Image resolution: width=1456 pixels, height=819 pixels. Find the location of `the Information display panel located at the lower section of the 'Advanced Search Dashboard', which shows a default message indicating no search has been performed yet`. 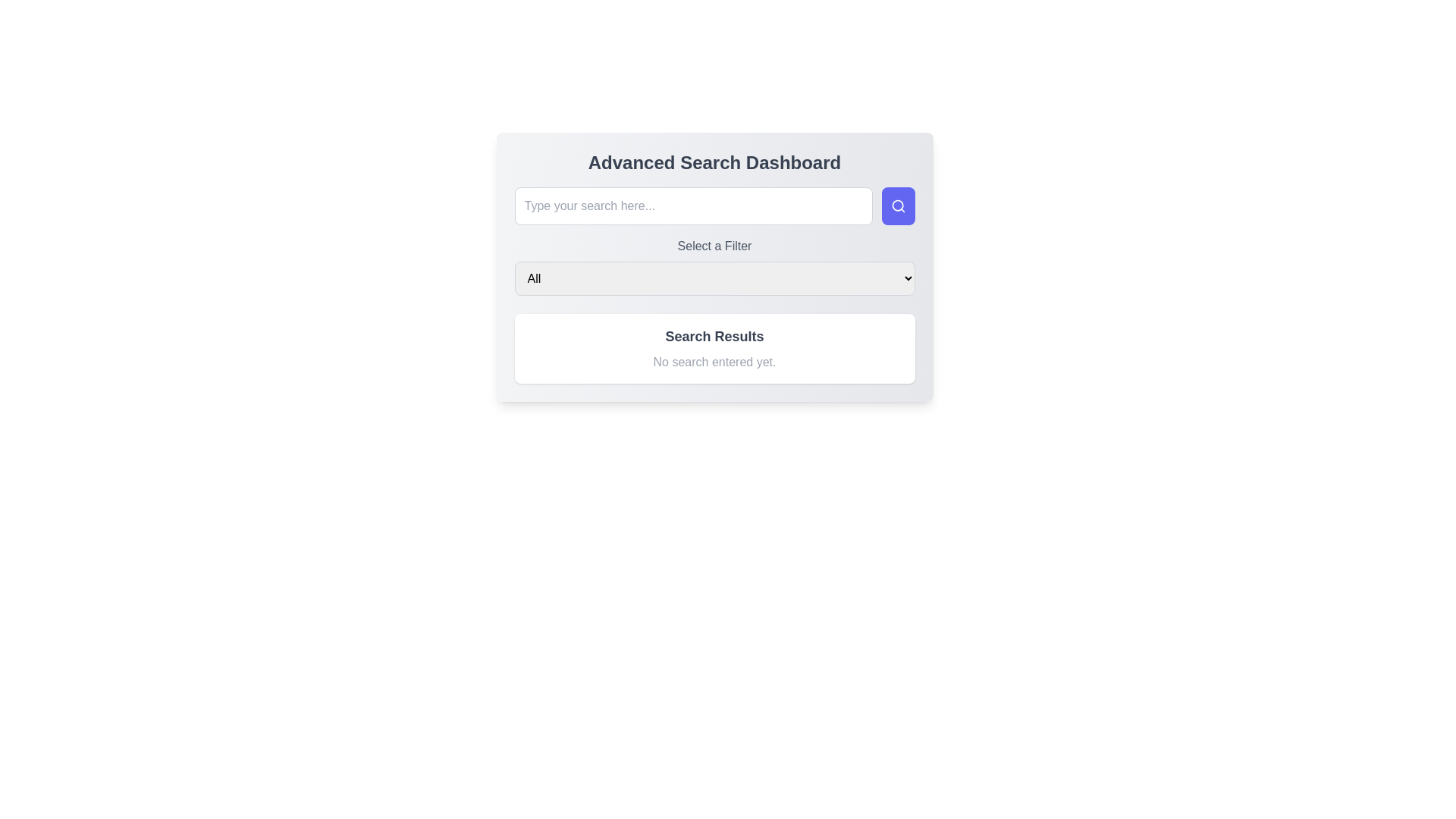

the Information display panel located at the lower section of the 'Advanced Search Dashboard', which shows a default message indicating no search has been performed yet is located at coordinates (714, 348).